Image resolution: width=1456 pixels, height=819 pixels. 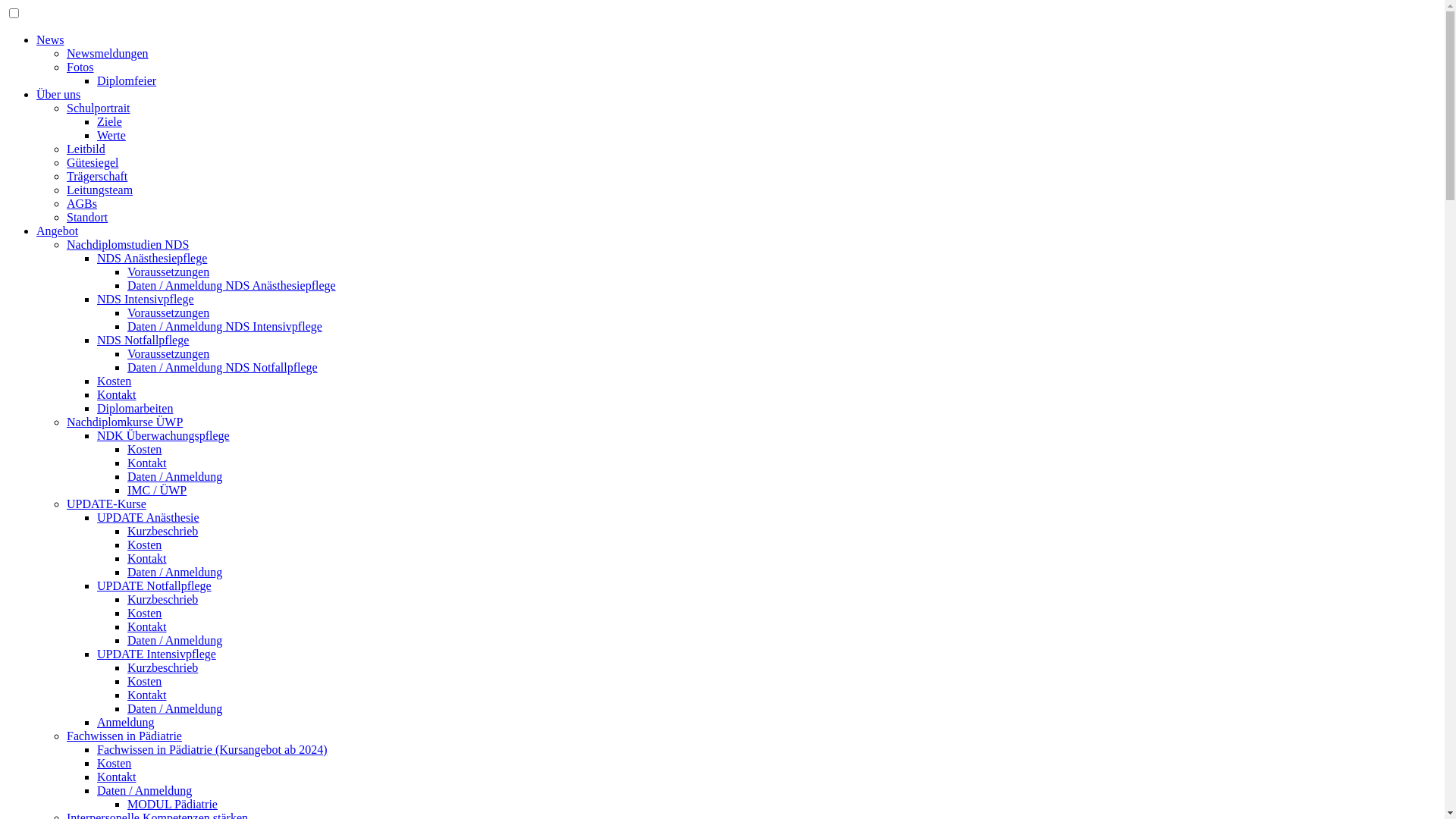 What do you see at coordinates (127, 243) in the screenshot?
I see `'Nachdiplomstudien NDS'` at bounding box center [127, 243].